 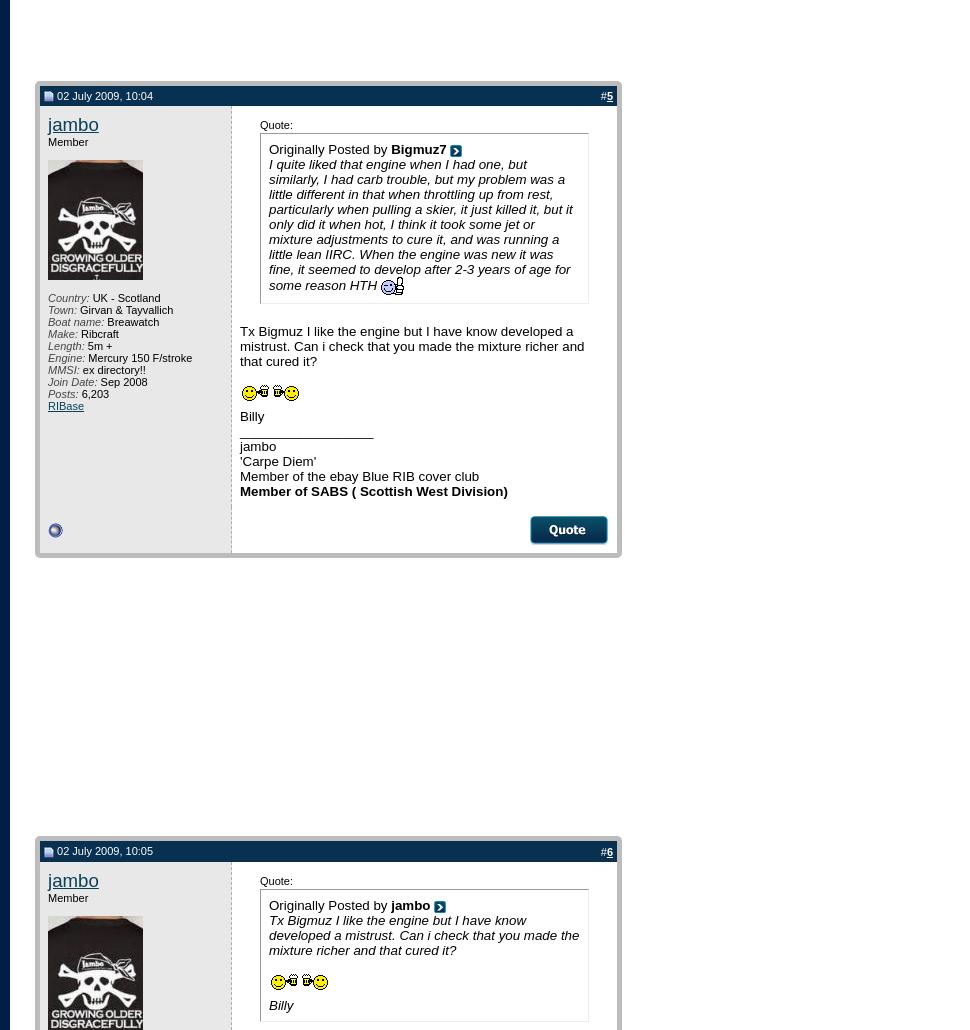 I want to click on 'Breawatch', so click(x=131, y=320).